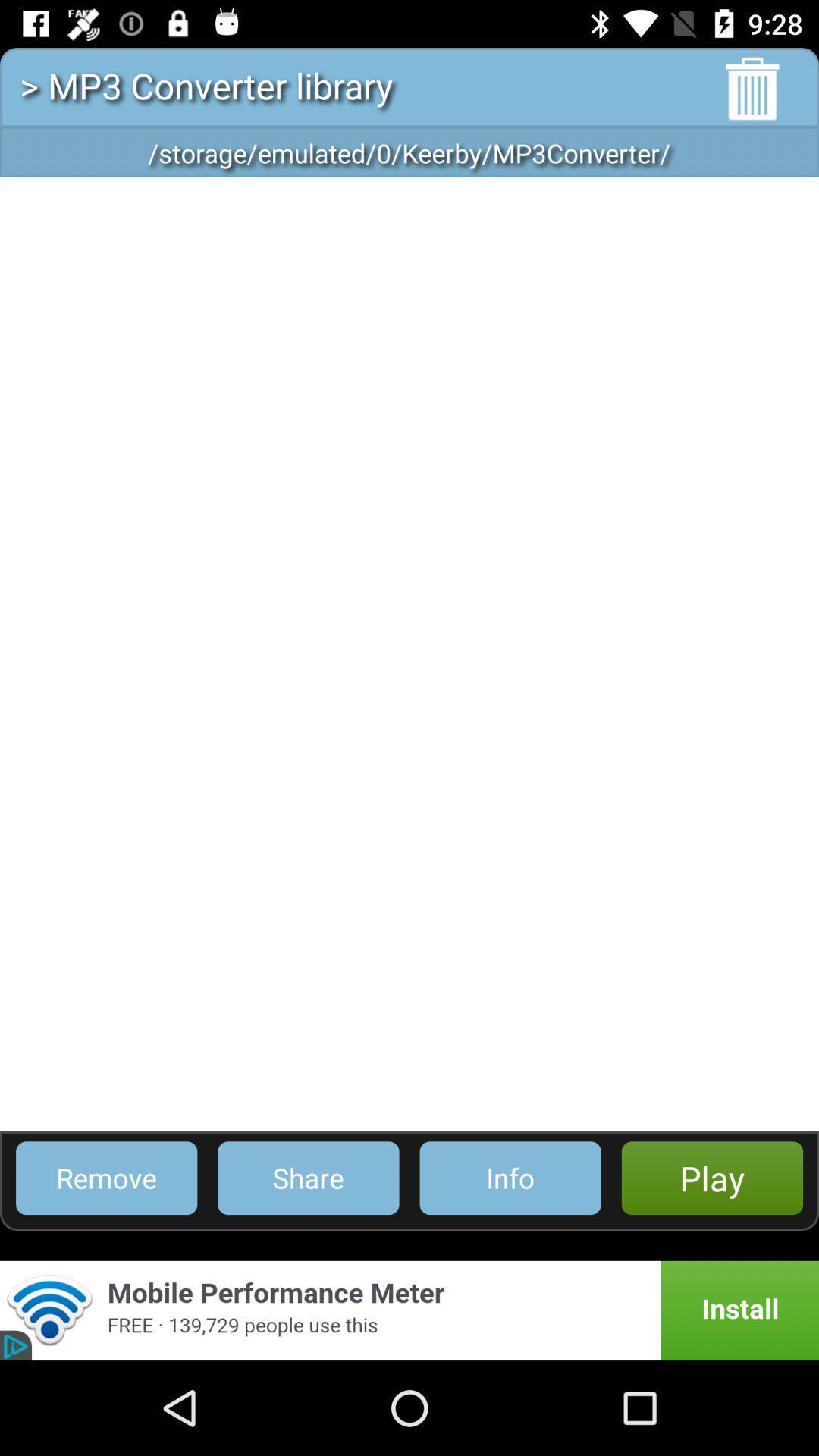 This screenshot has width=819, height=1456. What do you see at coordinates (752, 88) in the screenshot?
I see `the icon to the right of the > mp3 converter library icon` at bounding box center [752, 88].